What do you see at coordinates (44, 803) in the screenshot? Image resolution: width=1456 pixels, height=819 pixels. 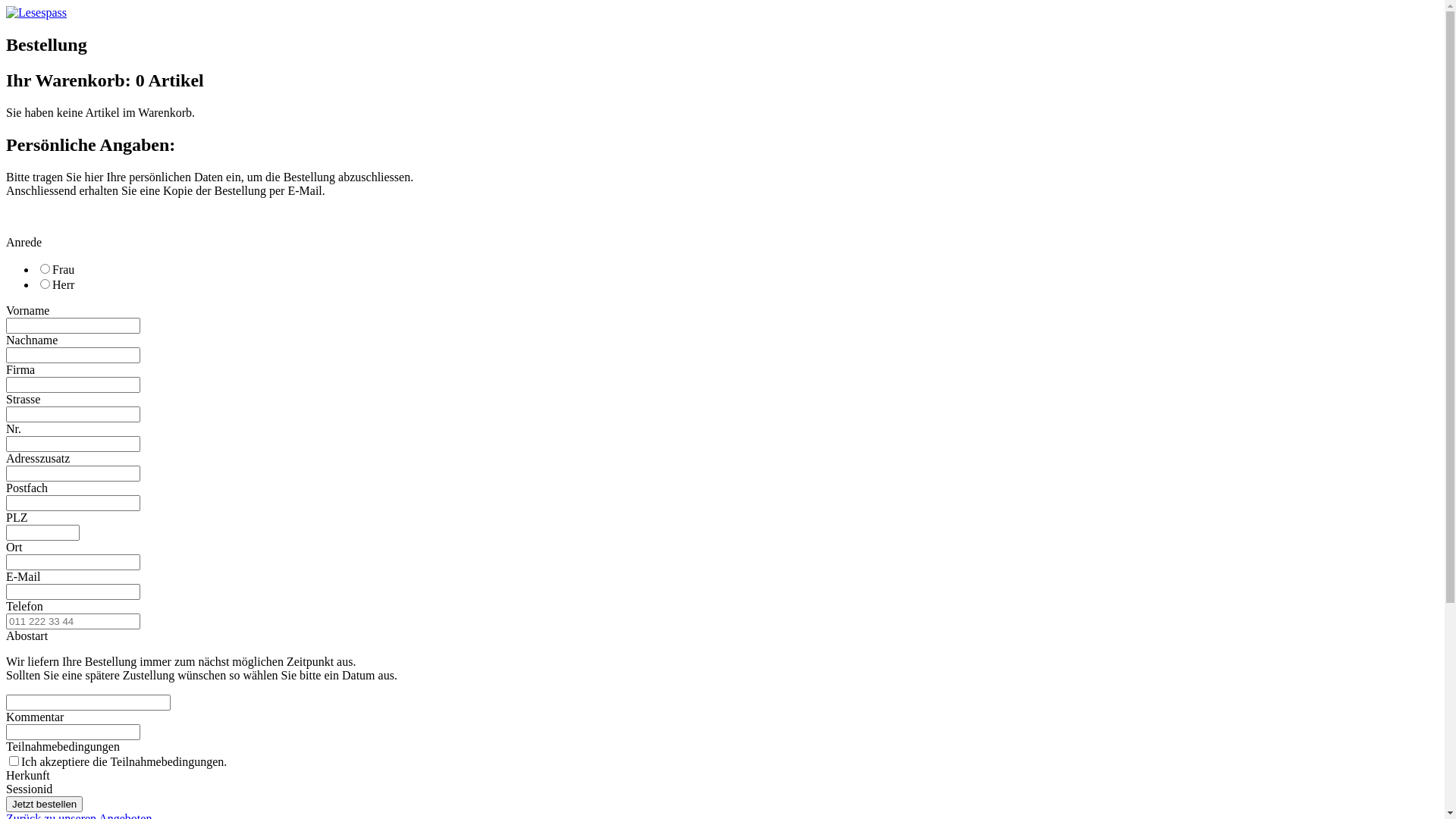 I see `'Jetzt bestellen'` at bounding box center [44, 803].